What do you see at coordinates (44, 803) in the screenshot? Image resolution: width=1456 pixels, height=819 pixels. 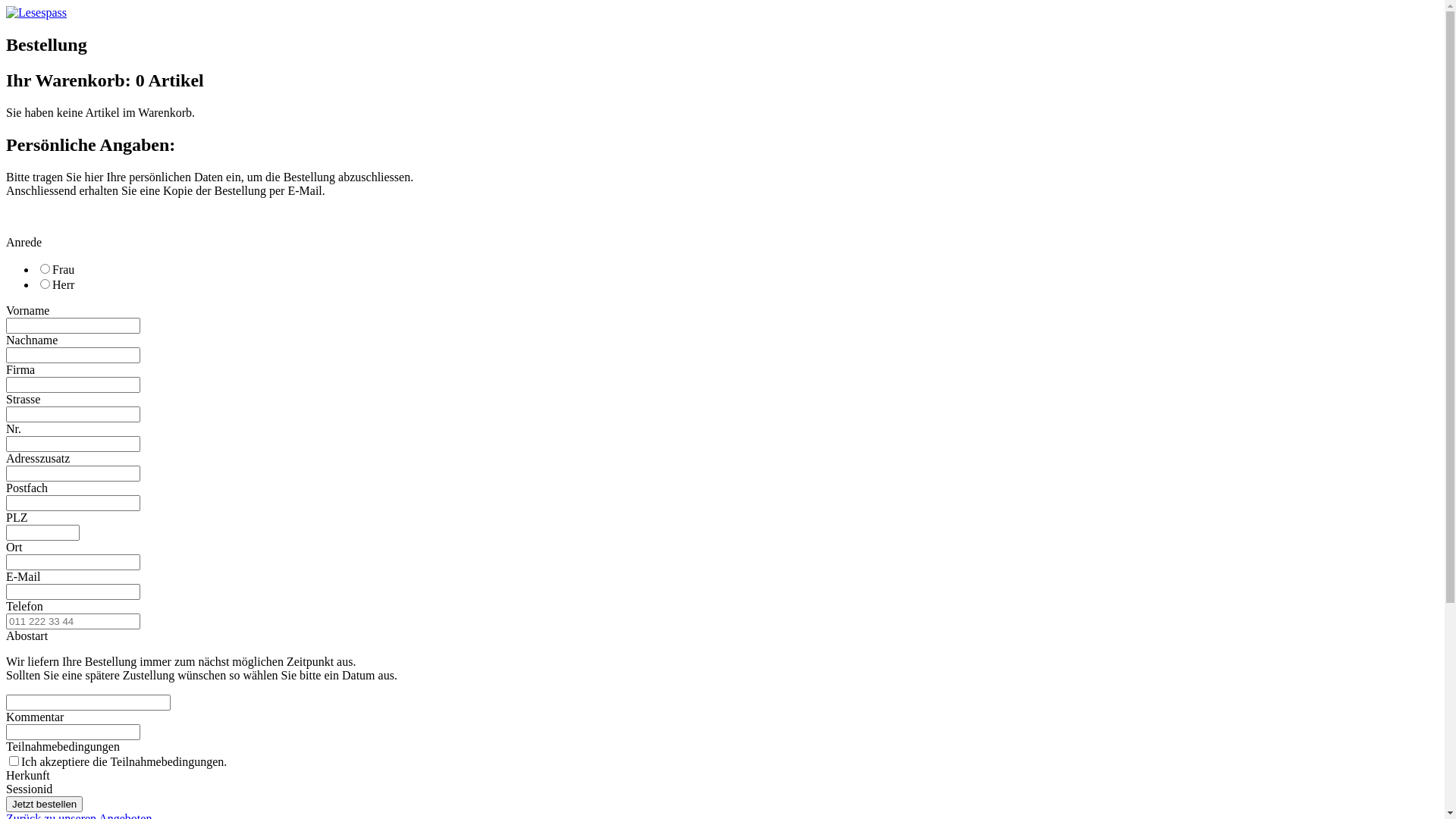 I see `'Jetzt bestellen'` at bounding box center [44, 803].